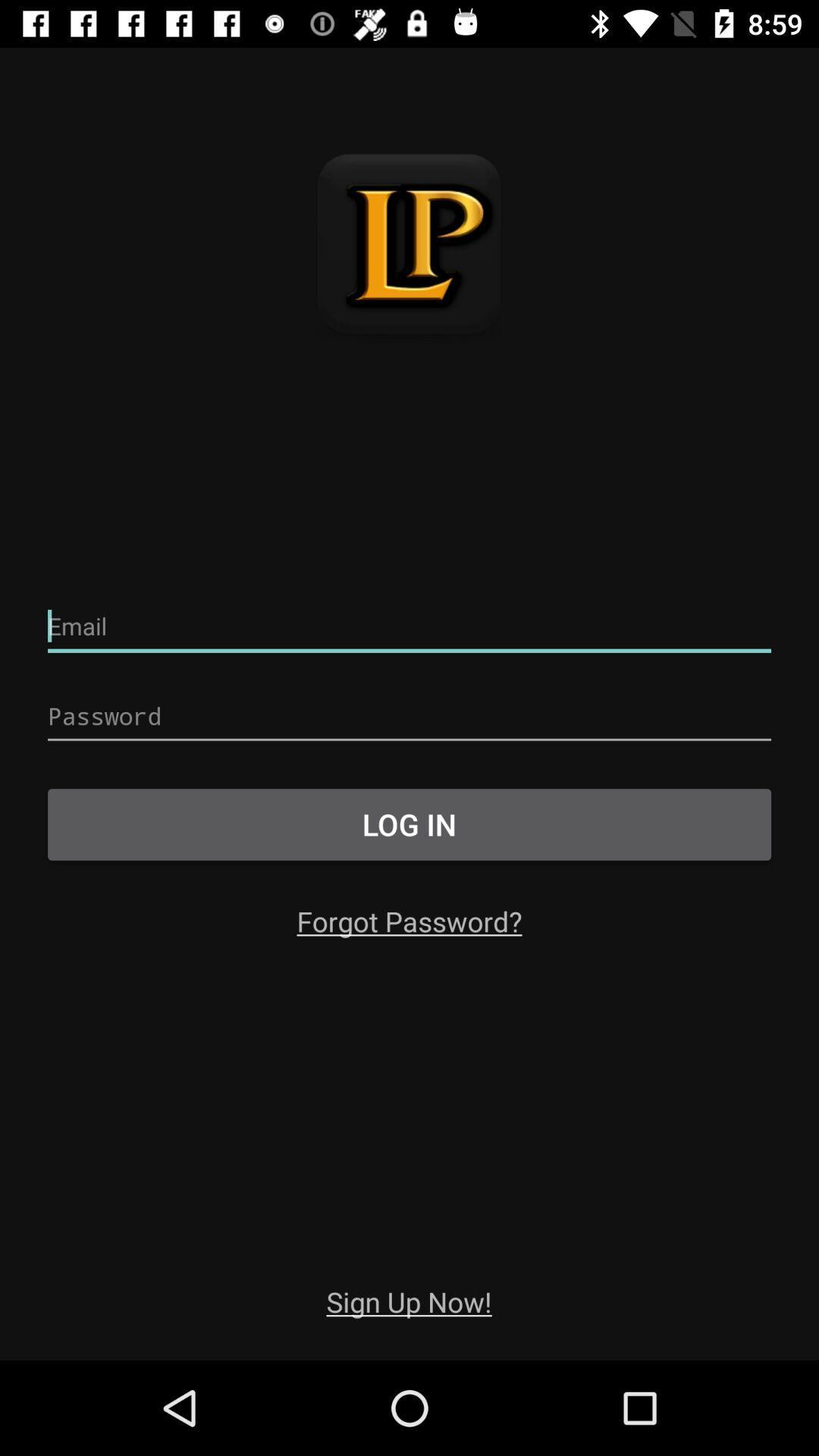  I want to click on the icon above the forgot password? item, so click(409, 824).